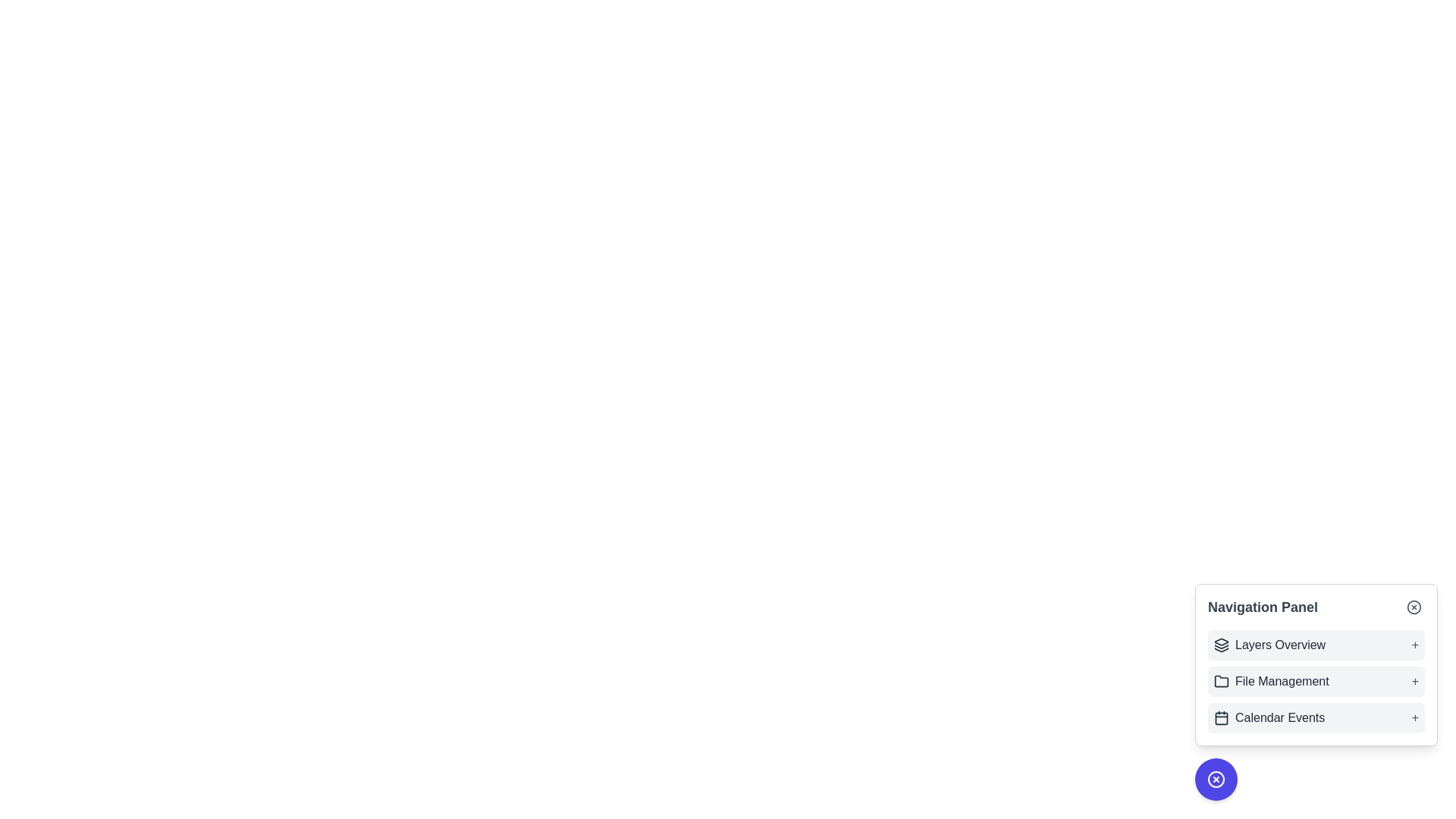  Describe the element at coordinates (1279, 645) in the screenshot. I see `the first text label` at that location.